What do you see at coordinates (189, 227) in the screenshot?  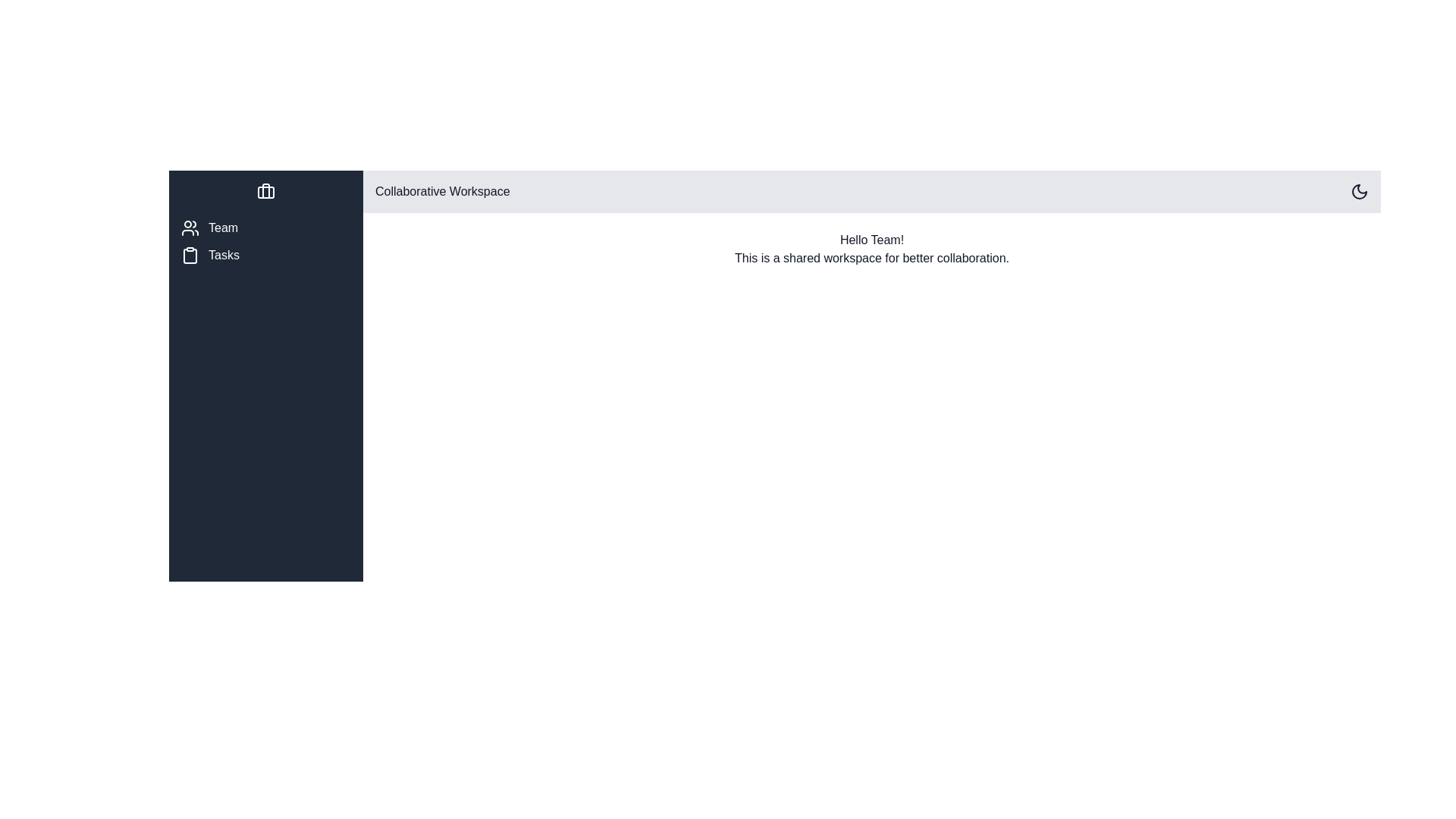 I see `the 'Team' icon, which is a white icon depicting a group of people located at the top of the sidebar menu` at bounding box center [189, 227].